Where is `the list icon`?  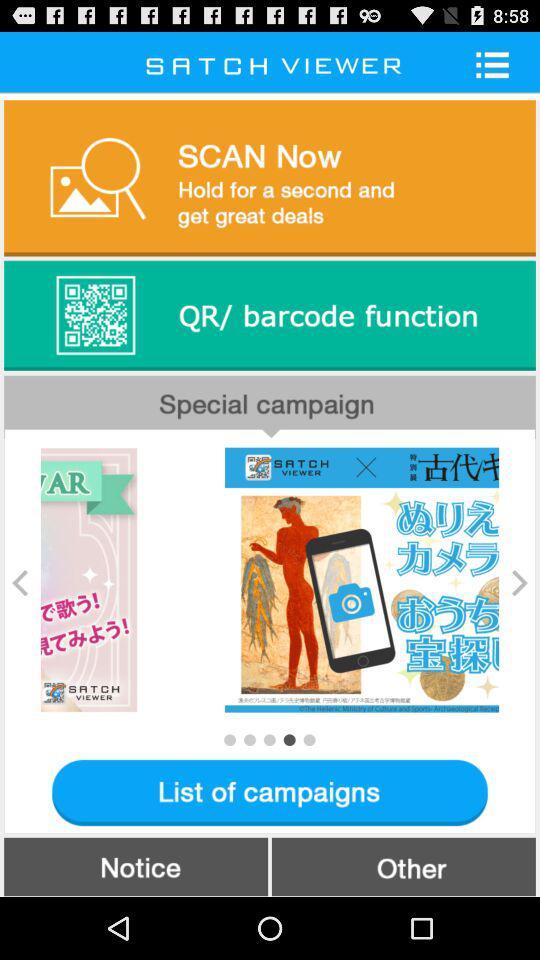
the list icon is located at coordinates (498, 68).